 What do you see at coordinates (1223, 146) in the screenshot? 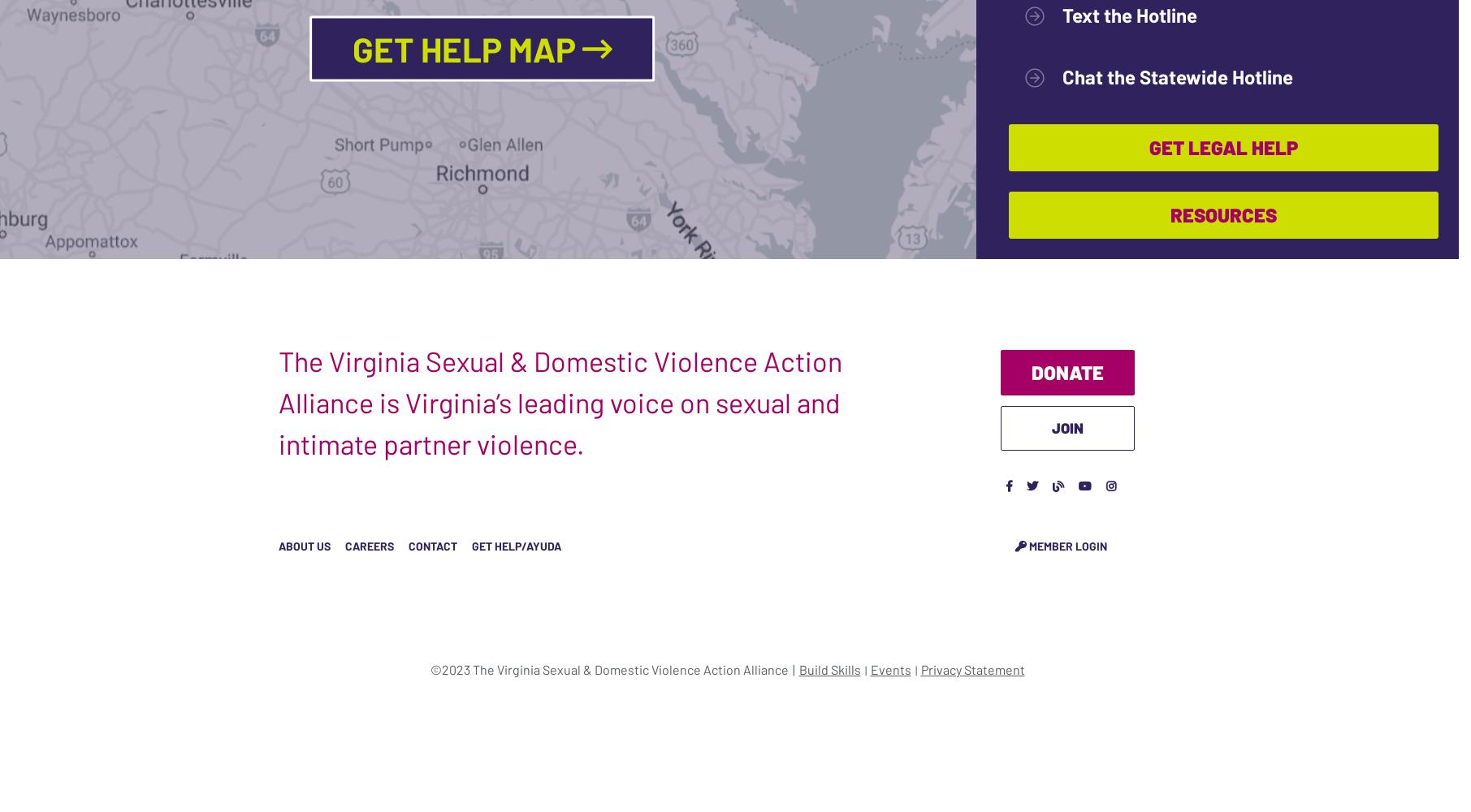
I see `'Get Legal Help'` at bounding box center [1223, 146].